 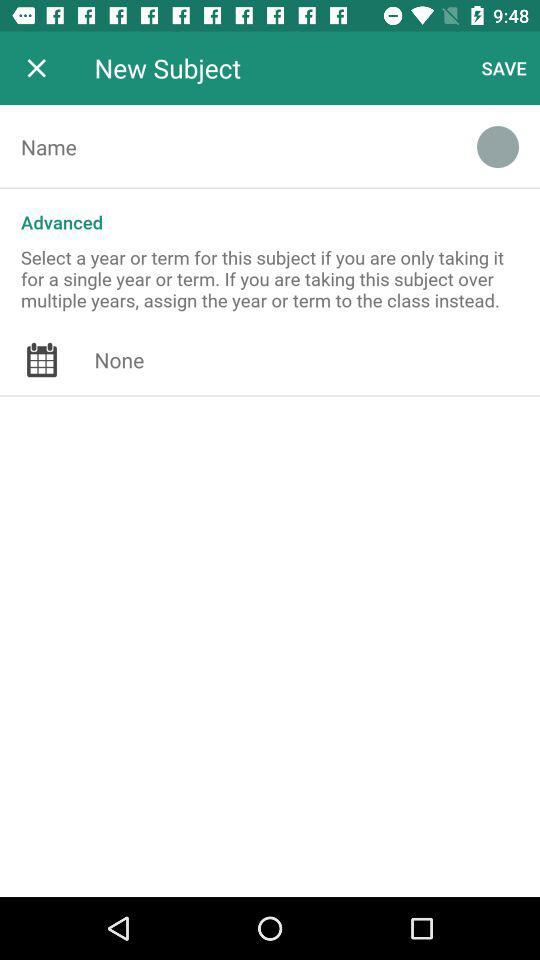 I want to click on none, so click(x=317, y=360).